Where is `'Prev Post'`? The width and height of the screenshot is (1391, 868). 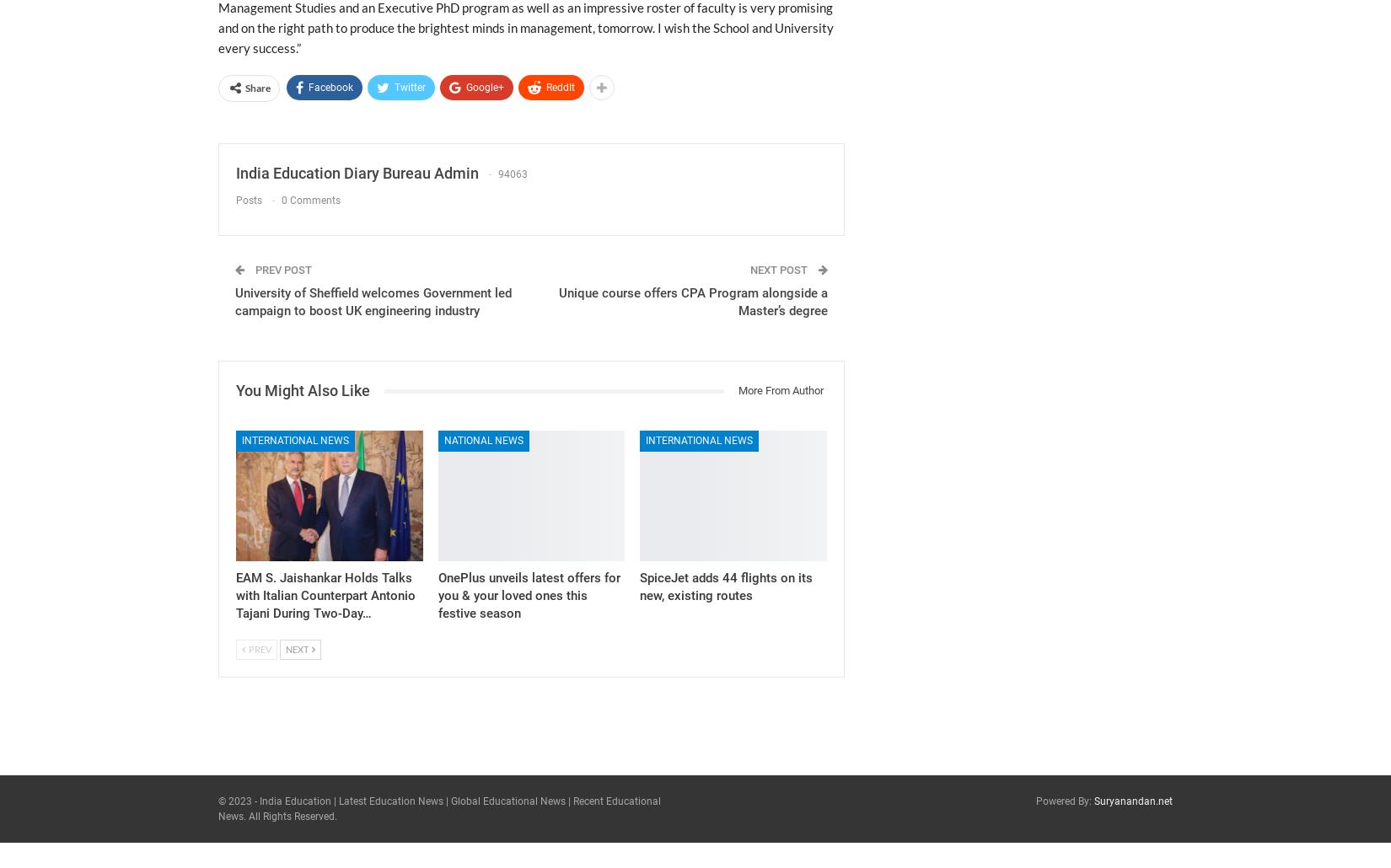 'Prev Post' is located at coordinates (282, 269).